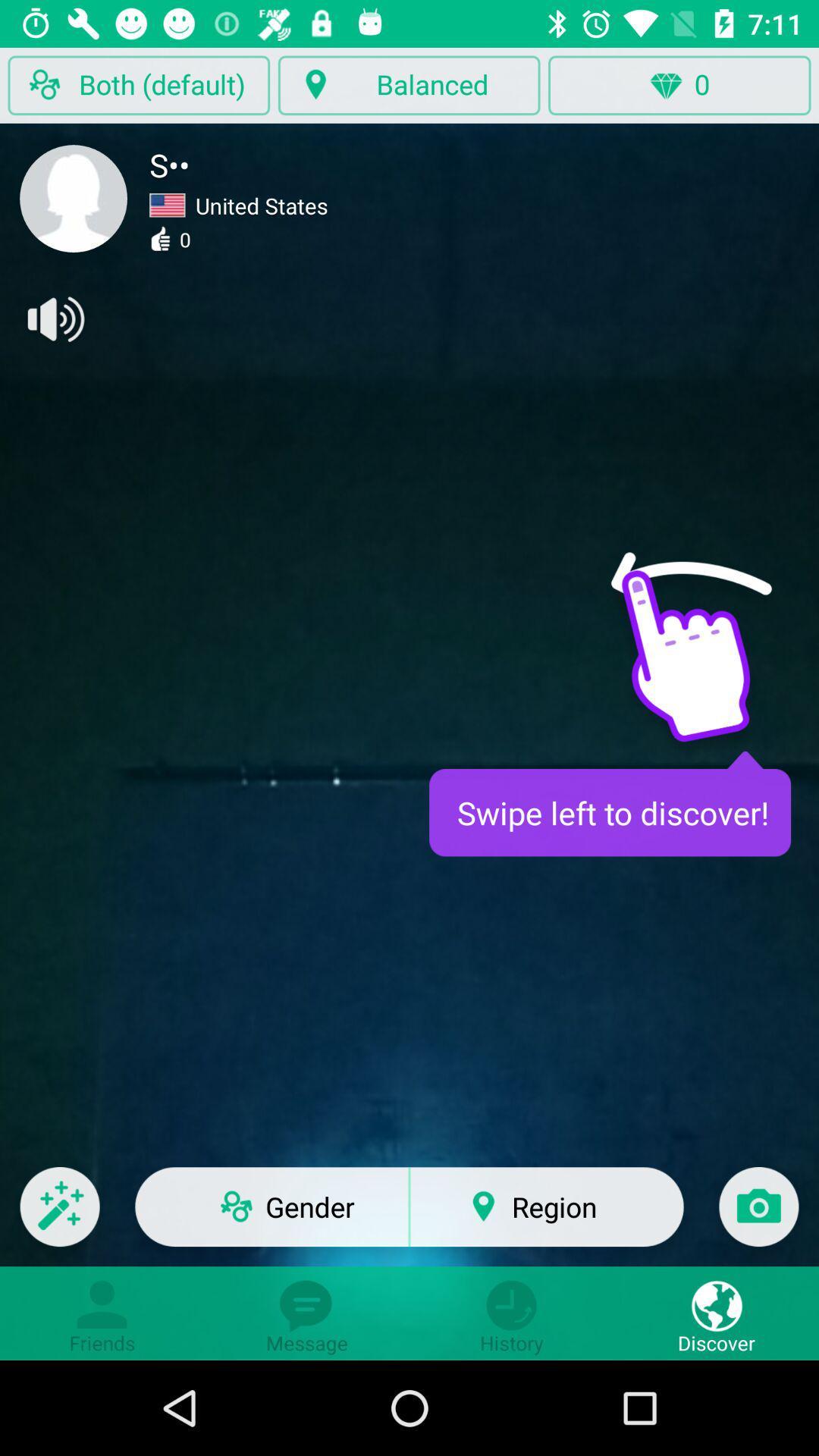 The image size is (819, 1456). What do you see at coordinates (239, 204) in the screenshot?
I see `united states` at bounding box center [239, 204].